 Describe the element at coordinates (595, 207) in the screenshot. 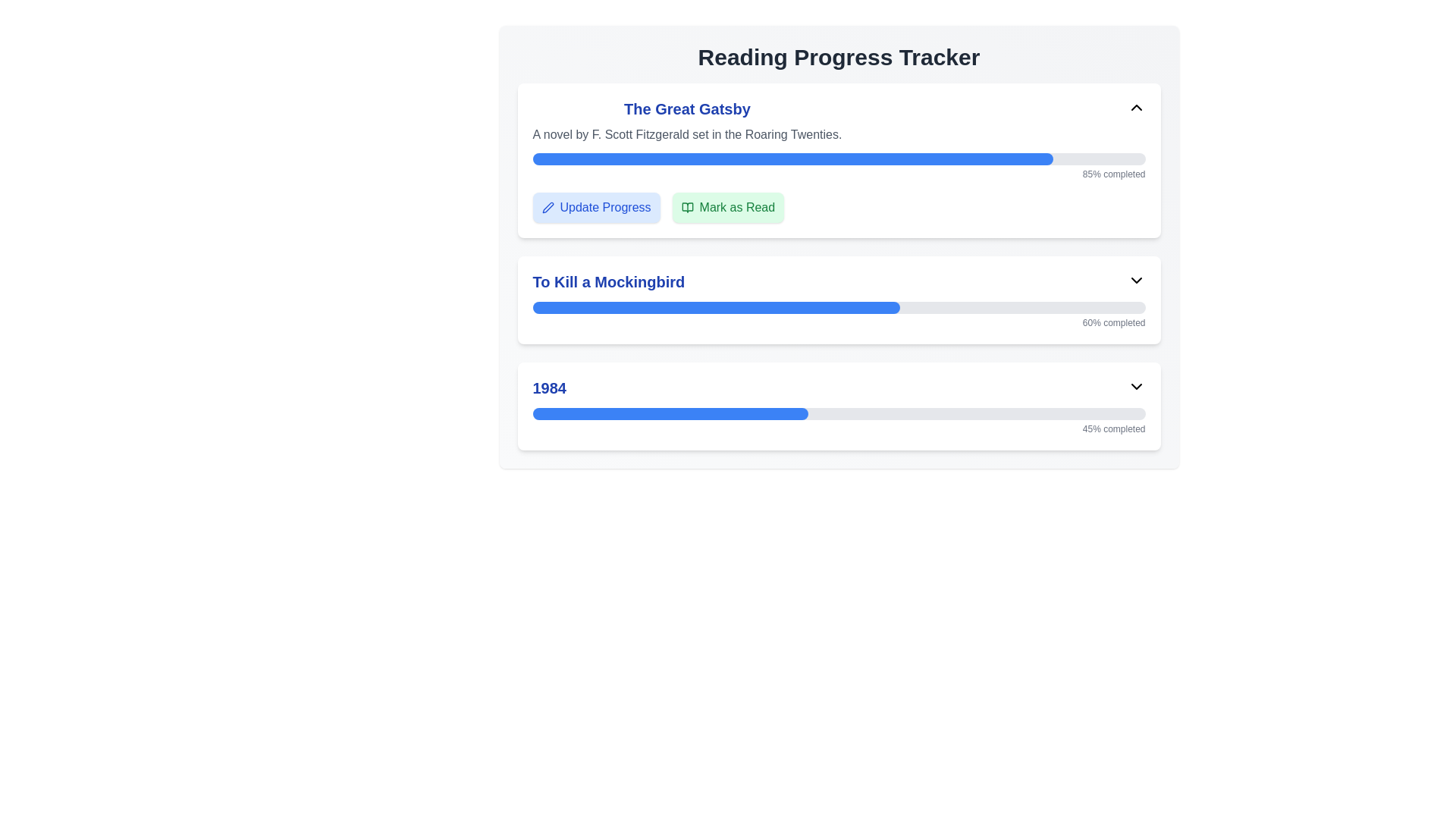

I see `the 'Update Progress' button, which is a light blue rectangular button with rounded corners located under the heading 'The Great Gatsby'` at that location.